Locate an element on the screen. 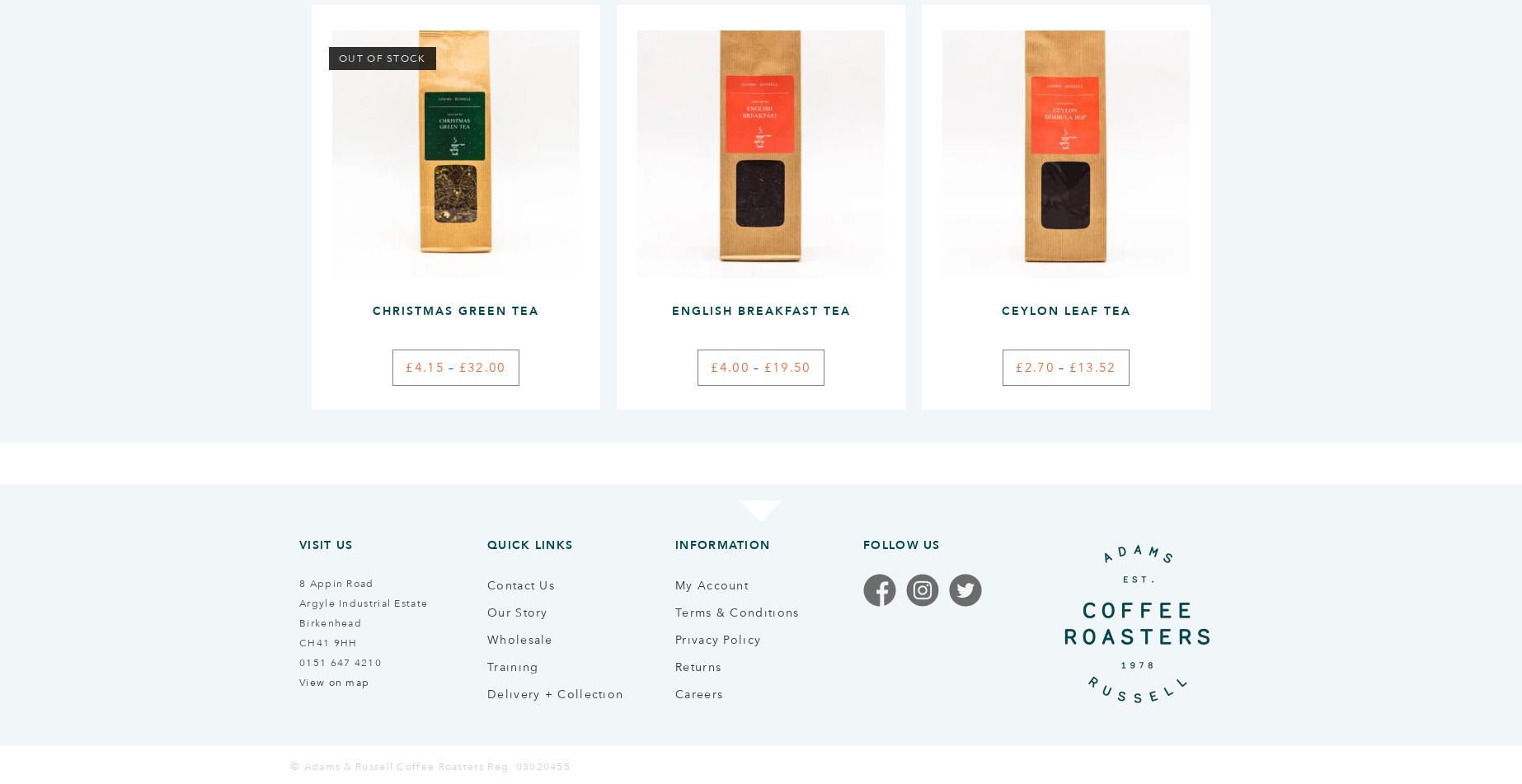 This screenshot has height=784, width=1522. 'CH41 9HH' is located at coordinates (327, 641).